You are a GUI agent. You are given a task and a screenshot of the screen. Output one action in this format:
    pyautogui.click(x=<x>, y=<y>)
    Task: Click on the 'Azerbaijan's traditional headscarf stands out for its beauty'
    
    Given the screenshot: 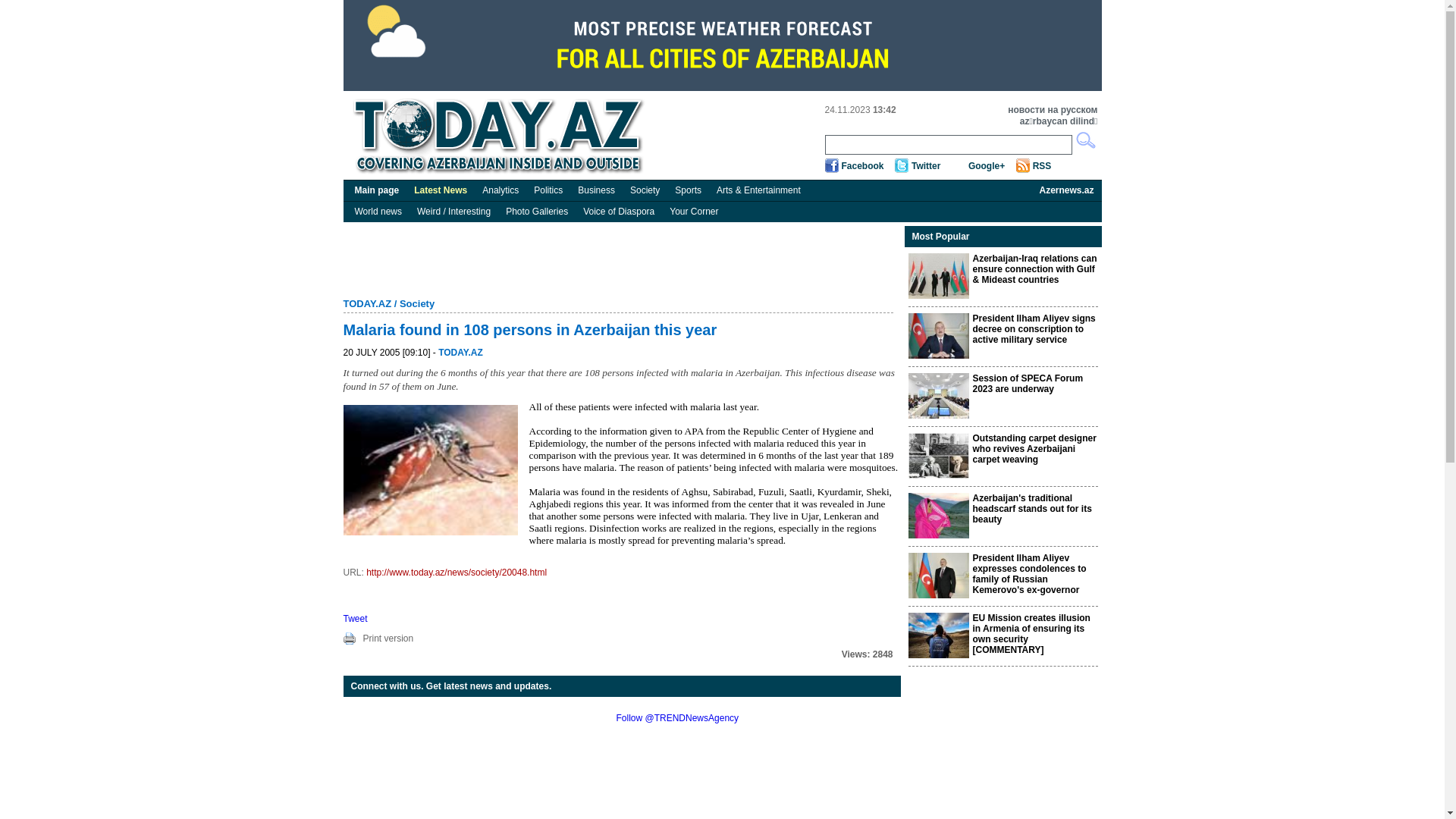 What is the action you would take?
    pyautogui.click(x=1031, y=509)
    